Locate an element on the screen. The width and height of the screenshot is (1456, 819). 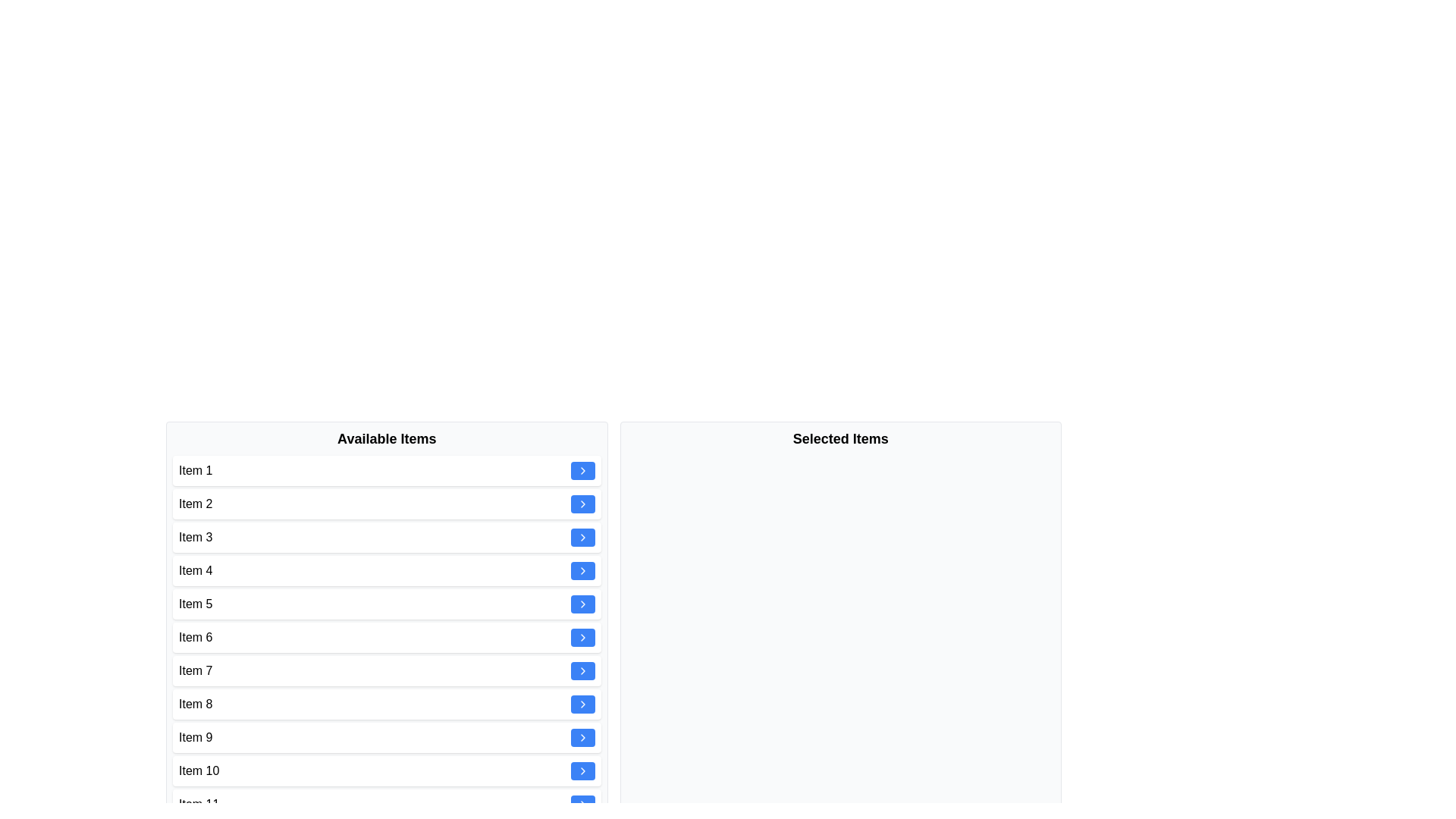
the right-pointing chevron icon within the button for 'Item 8' in the 'Available Items' list is located at coordinates (582, 670).